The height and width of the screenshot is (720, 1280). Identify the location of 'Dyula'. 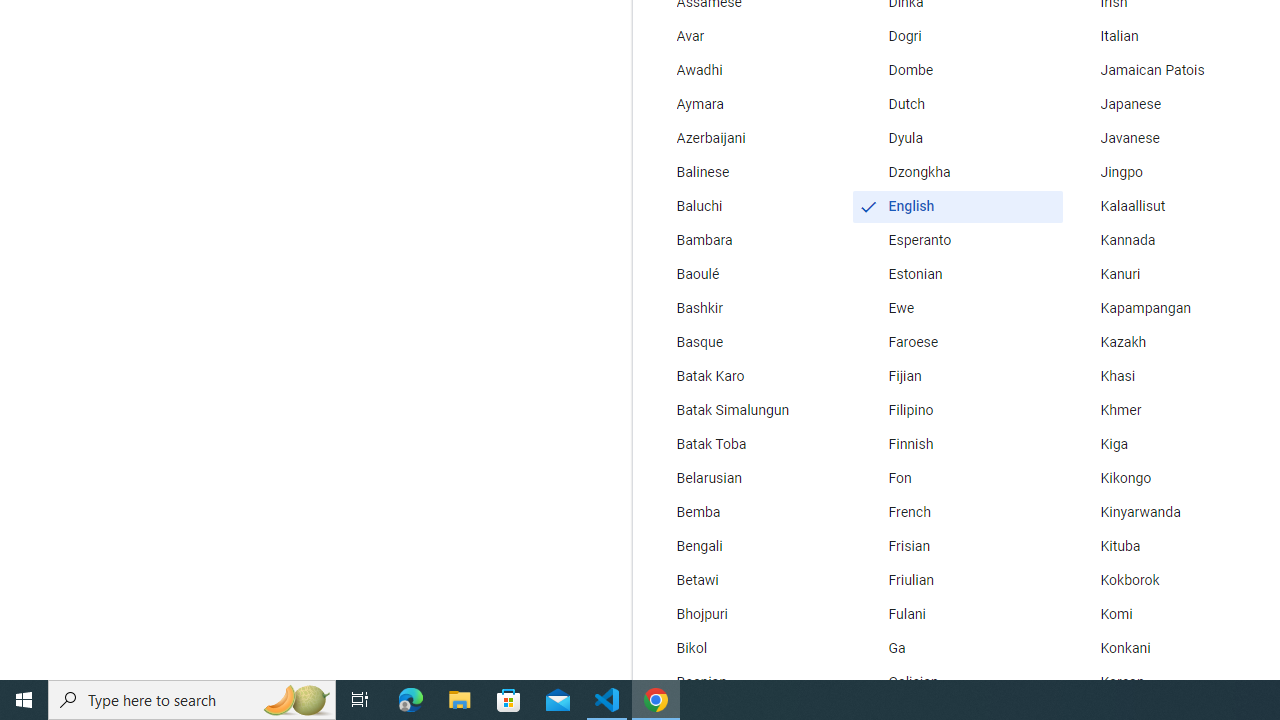
(956, 137).